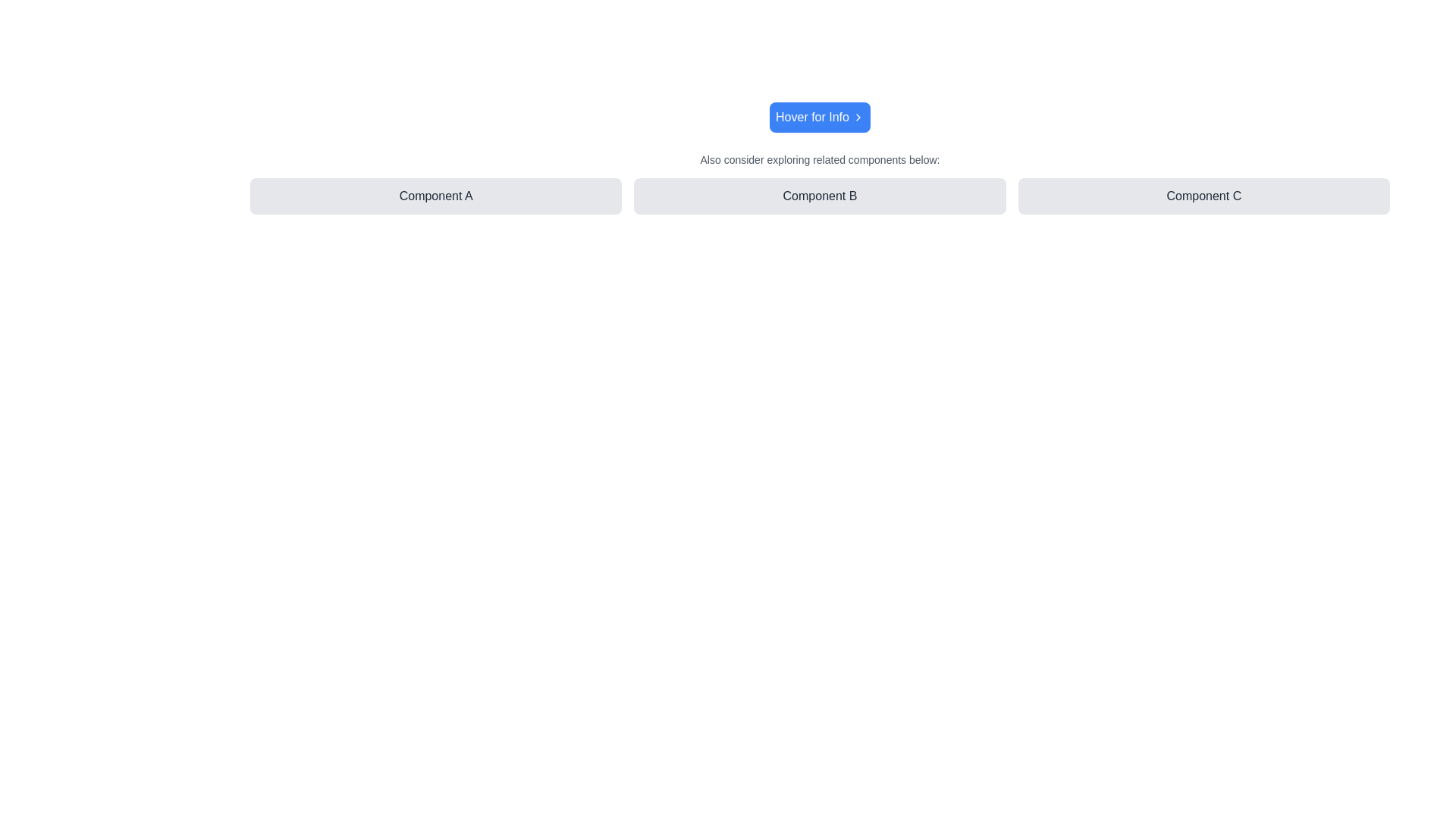 The width and height of the screenshot is (1456, 819). What do you see at coordinates (819, 195) in the screenshot?
I see `the interactive button labeled 'Component B' to change its appearance` at bounding box center [819, 195].